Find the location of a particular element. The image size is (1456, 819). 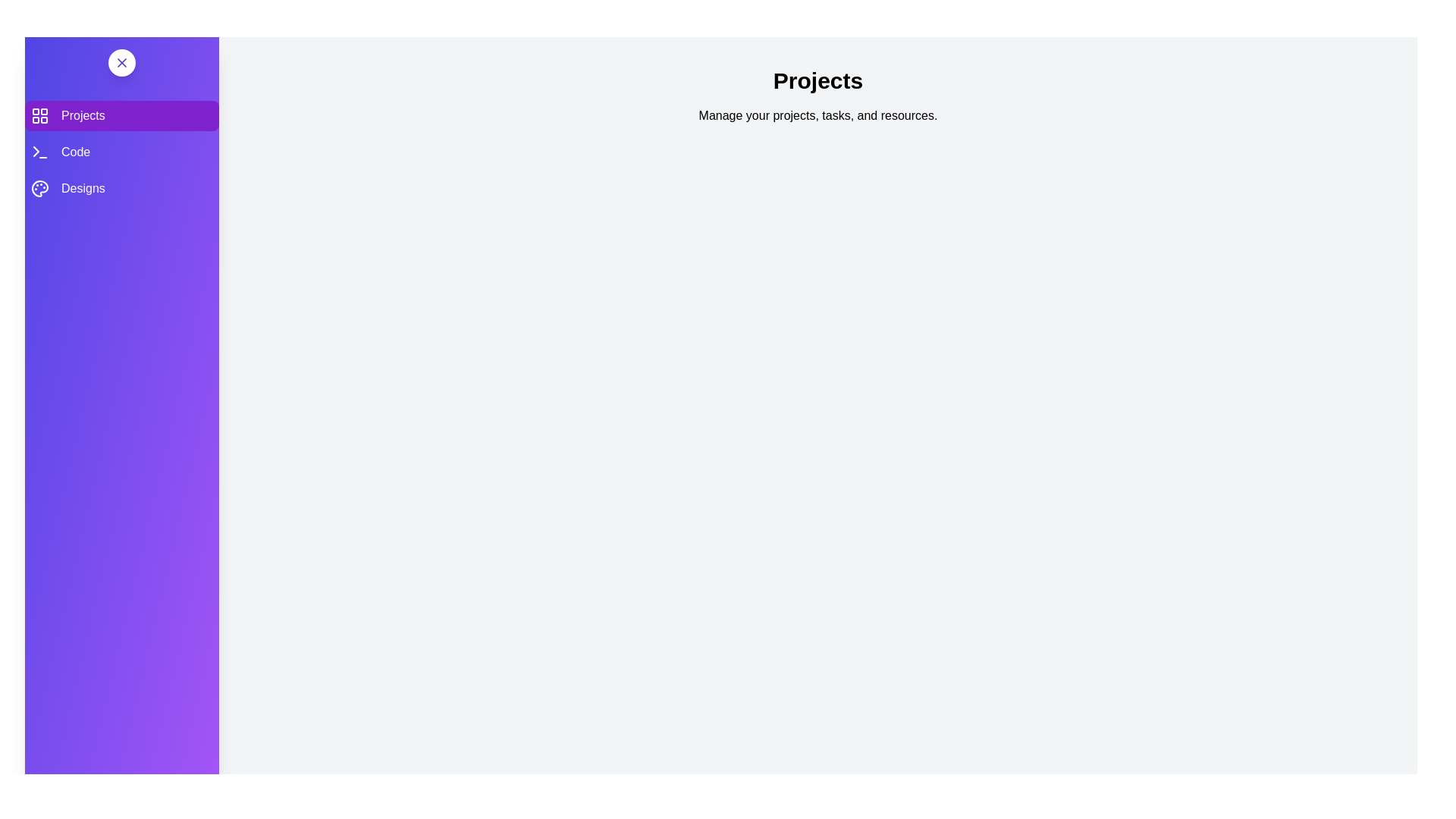

the tab labeled Designs to select it is located at coordinates (122, 188).